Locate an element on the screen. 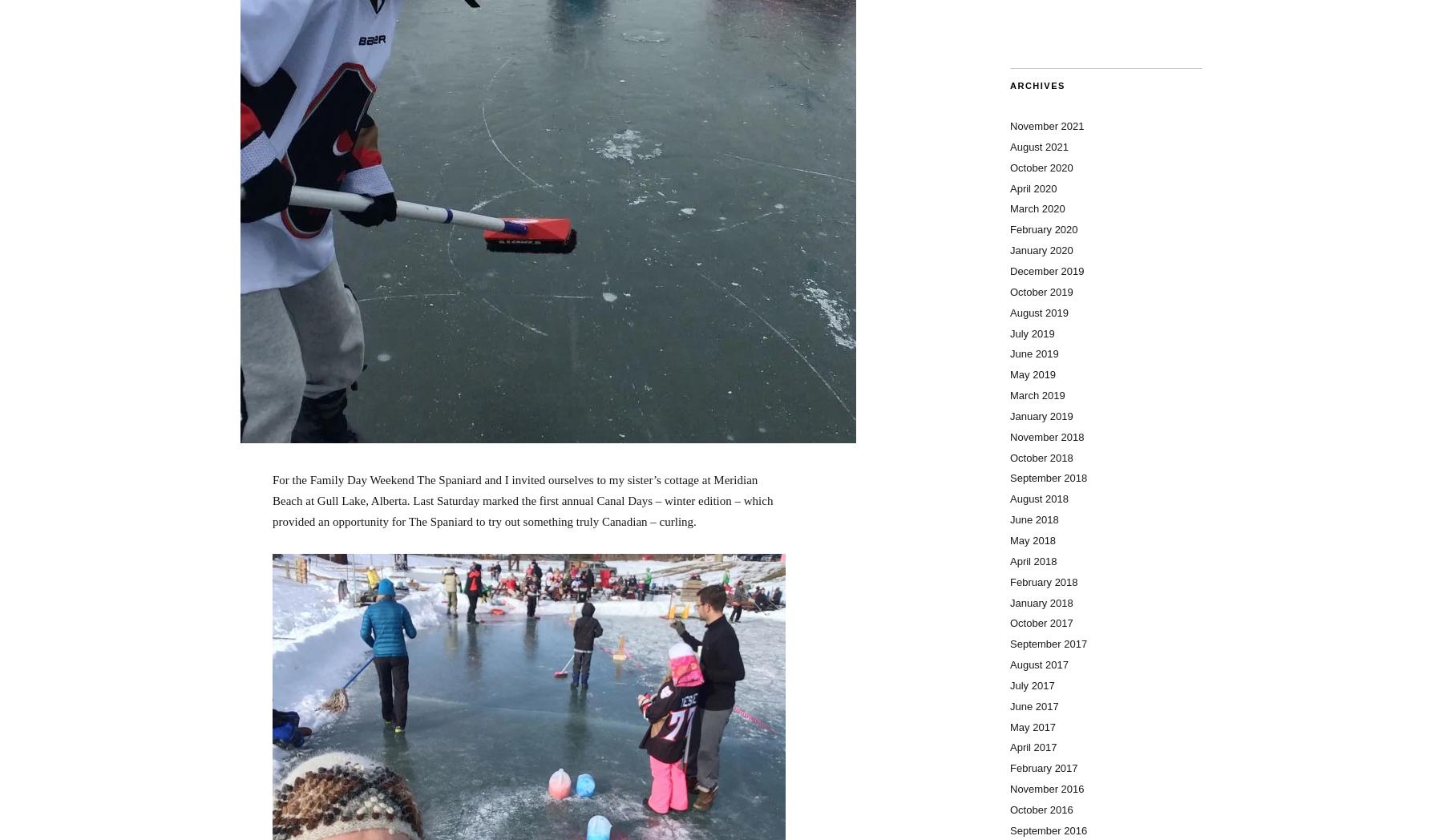 The height and width of the screenshot is (840, 1443). 'September 2016' is located at coordinates (1049, 830).